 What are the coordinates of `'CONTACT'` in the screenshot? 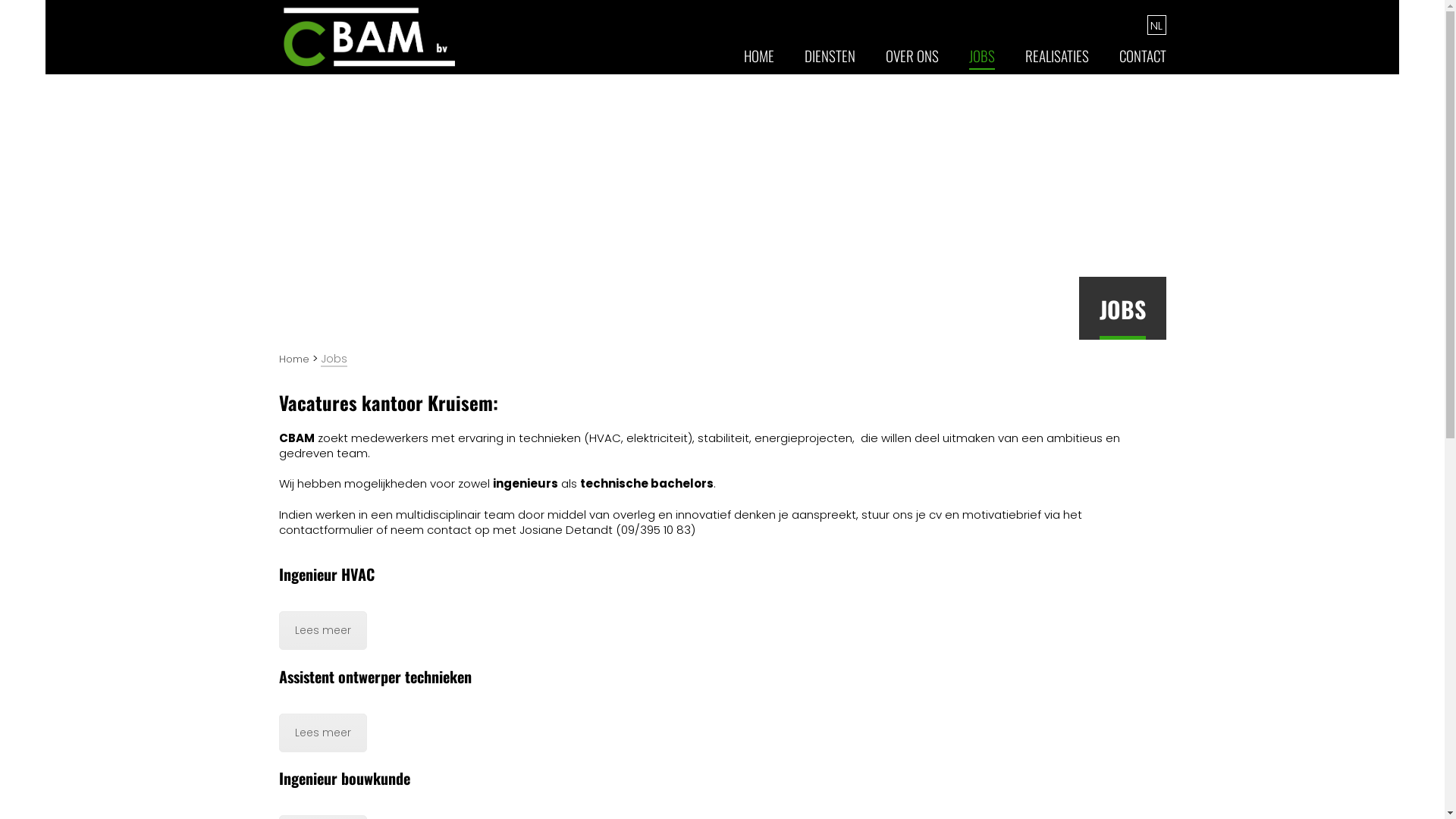 It's located at (1143, 61).